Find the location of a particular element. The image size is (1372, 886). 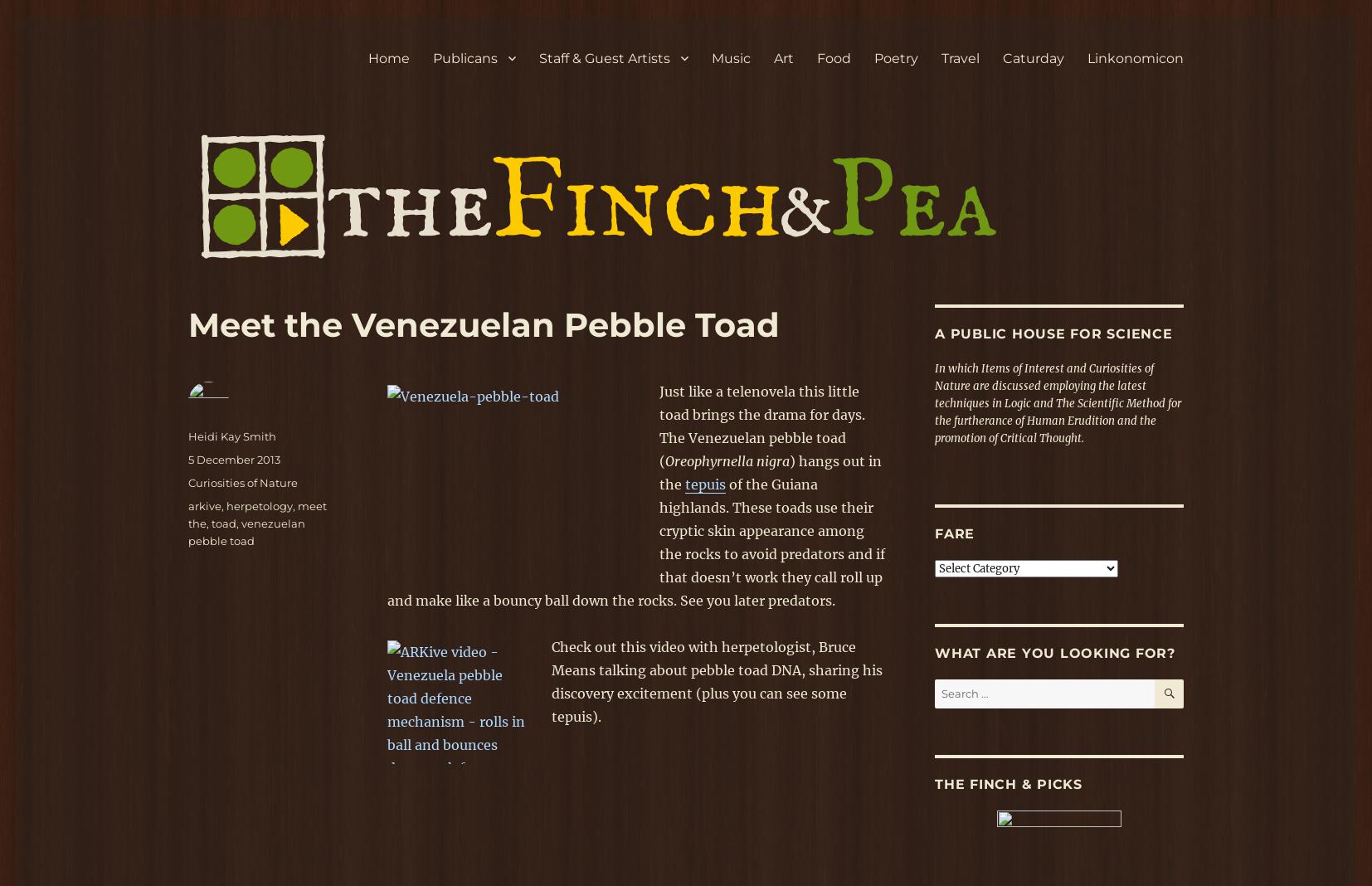

'Art' is located at coordinates (782, 56).